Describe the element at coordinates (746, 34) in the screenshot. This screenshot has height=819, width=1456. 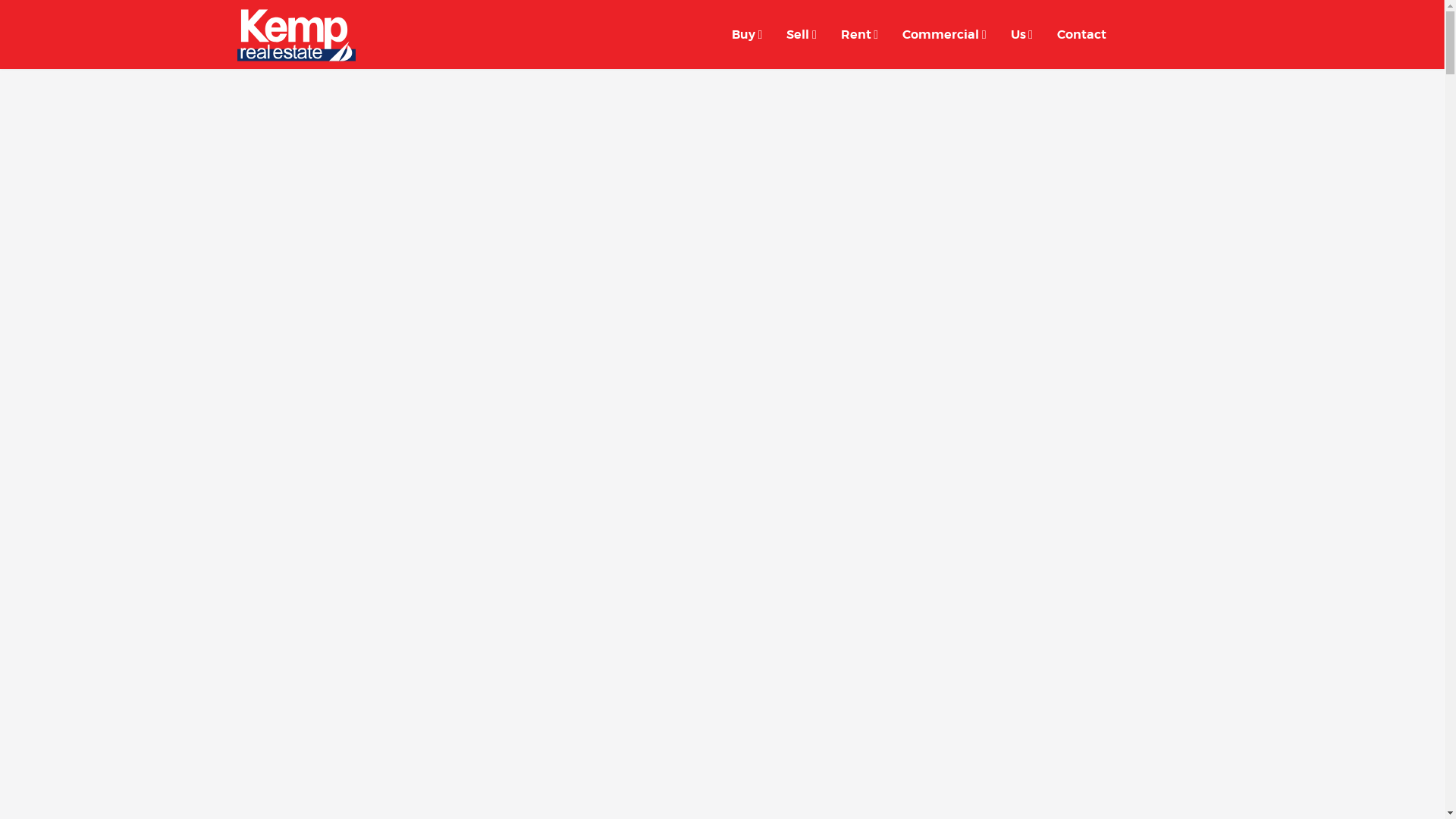
I see `'Buy'` at that location.